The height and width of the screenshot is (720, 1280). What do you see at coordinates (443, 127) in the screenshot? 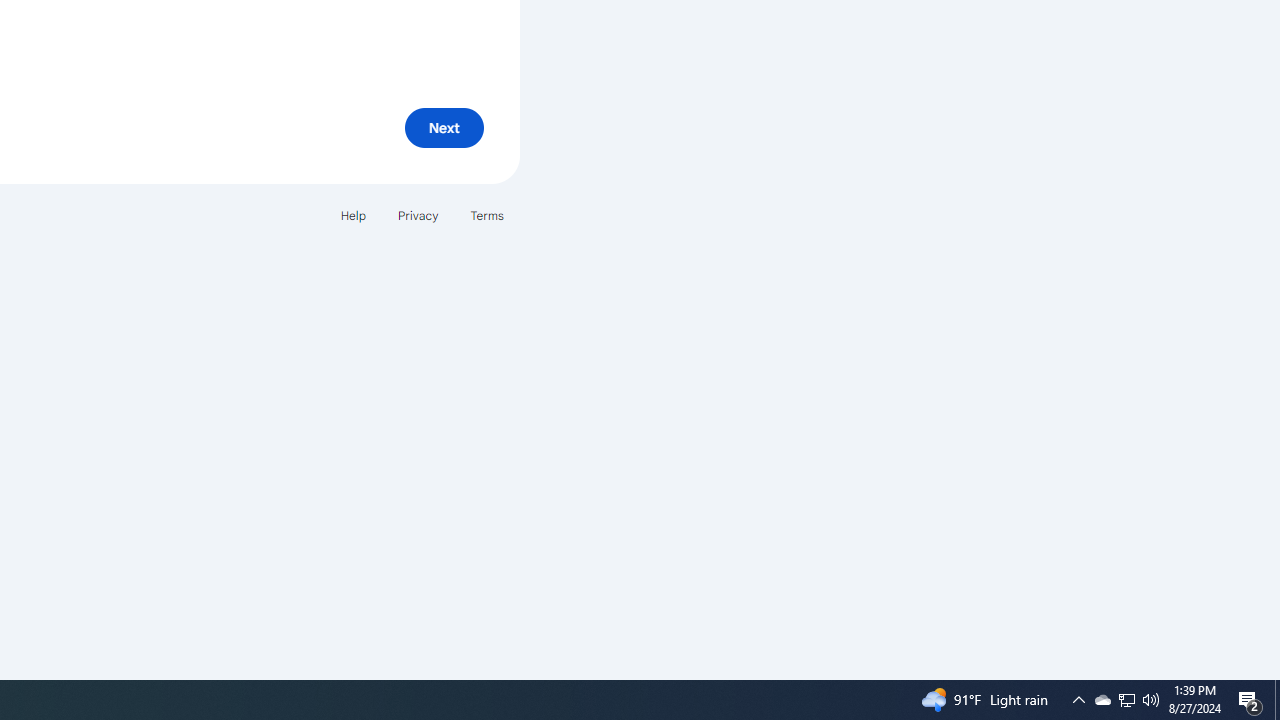
I see `'Next'` at bounding box center [443, 127].